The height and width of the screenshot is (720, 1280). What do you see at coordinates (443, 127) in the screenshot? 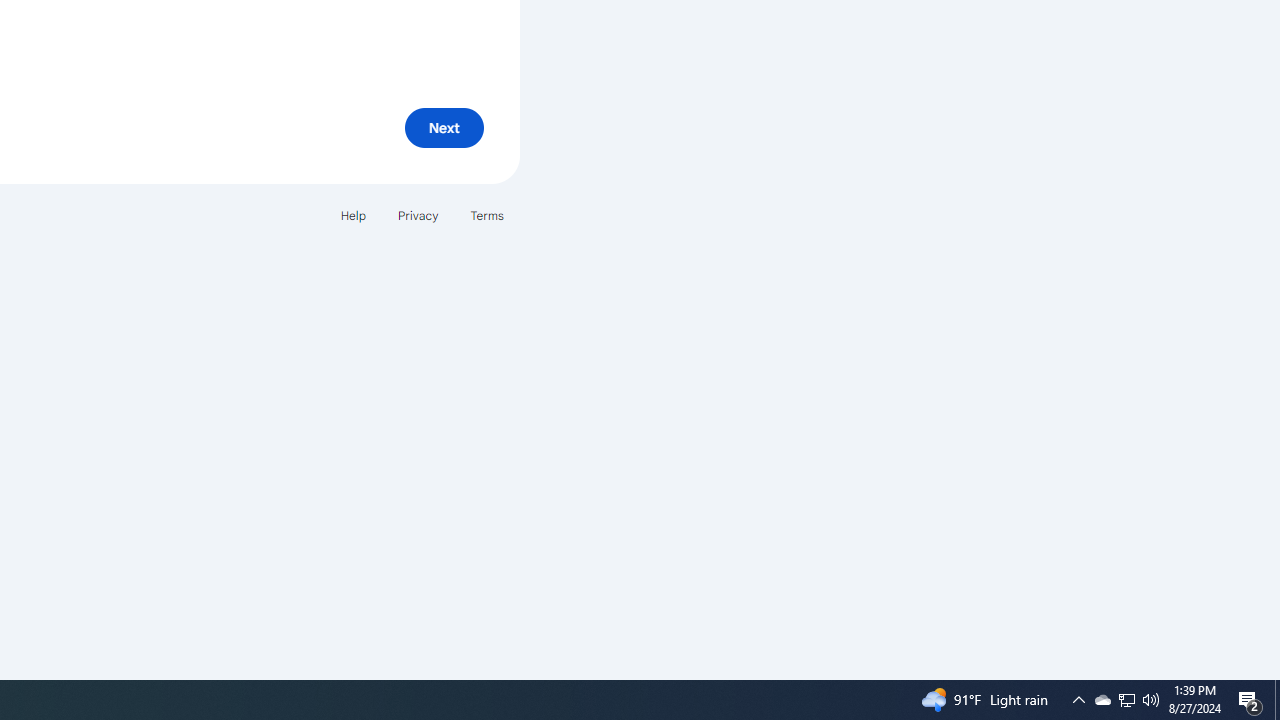
I see `'Next'` at bounding box center [443, 127].